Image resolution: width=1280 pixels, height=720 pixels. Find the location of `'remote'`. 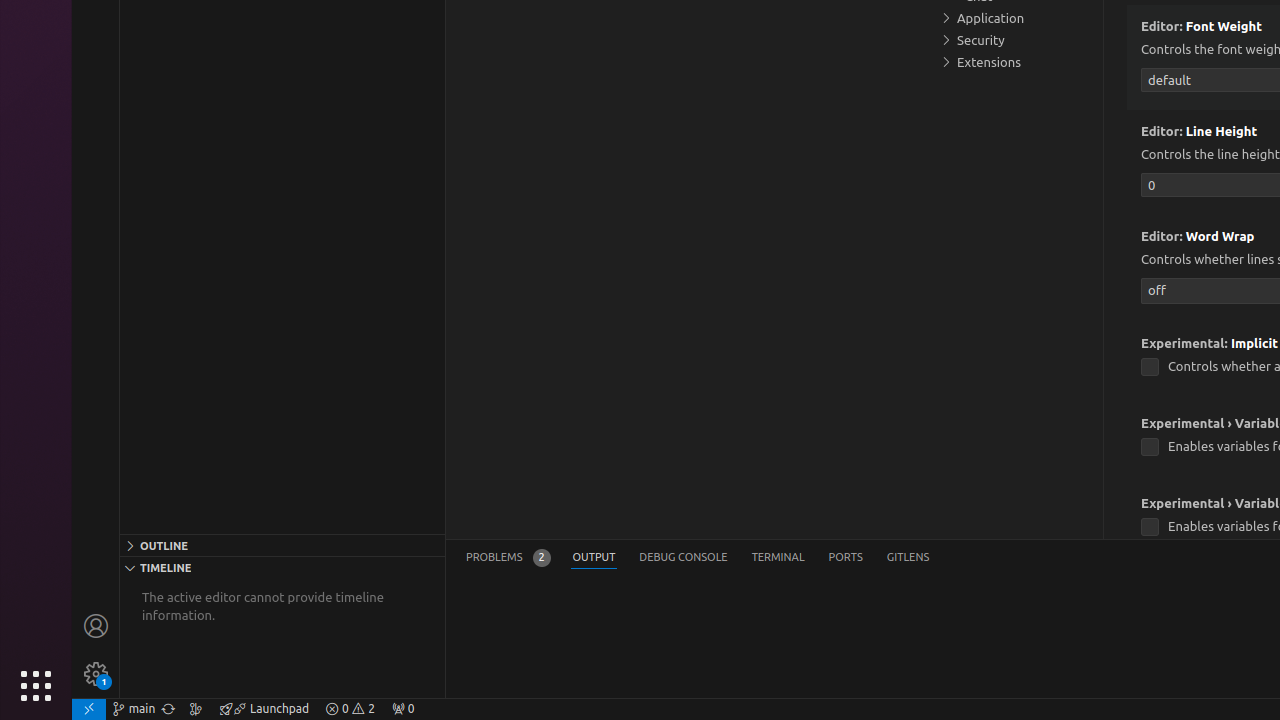

'remote' is located at coordinates (87, 707).